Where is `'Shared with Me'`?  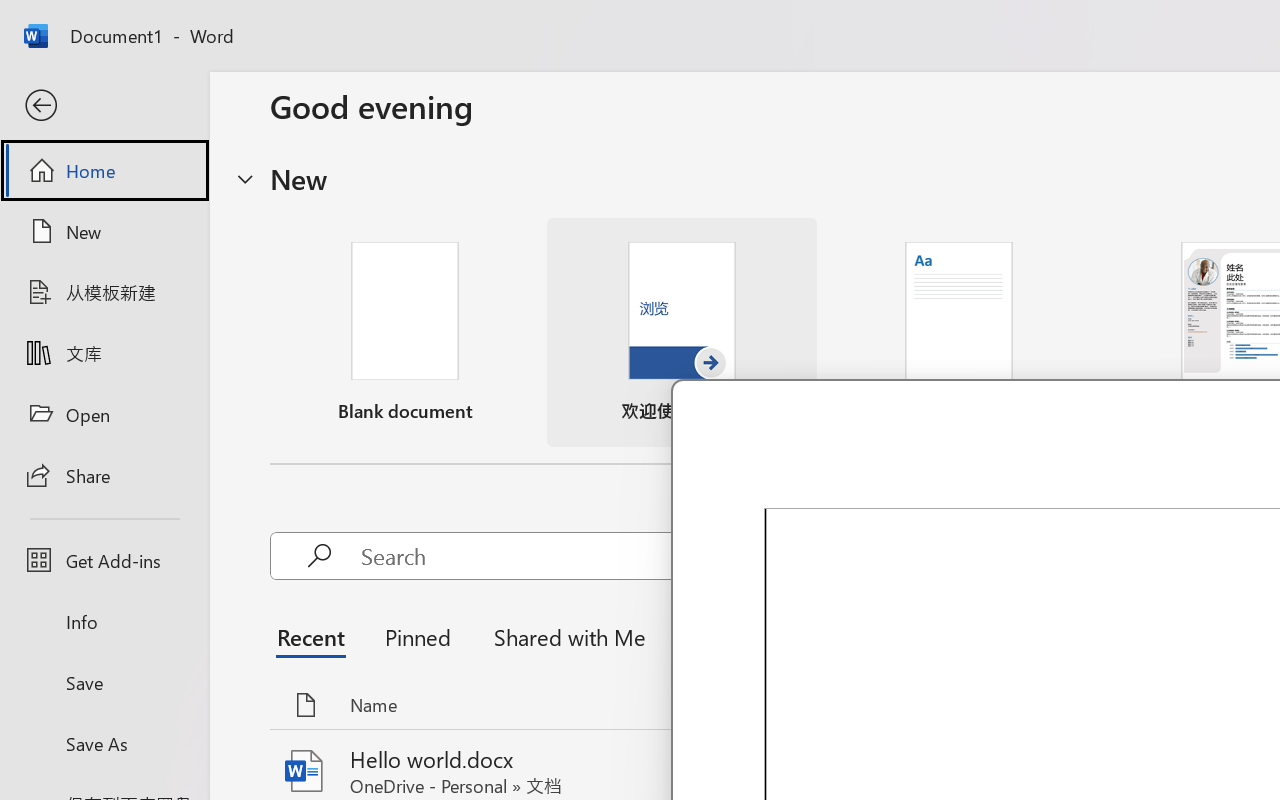 'Shared with Me' is located at coordinates (562, 635).